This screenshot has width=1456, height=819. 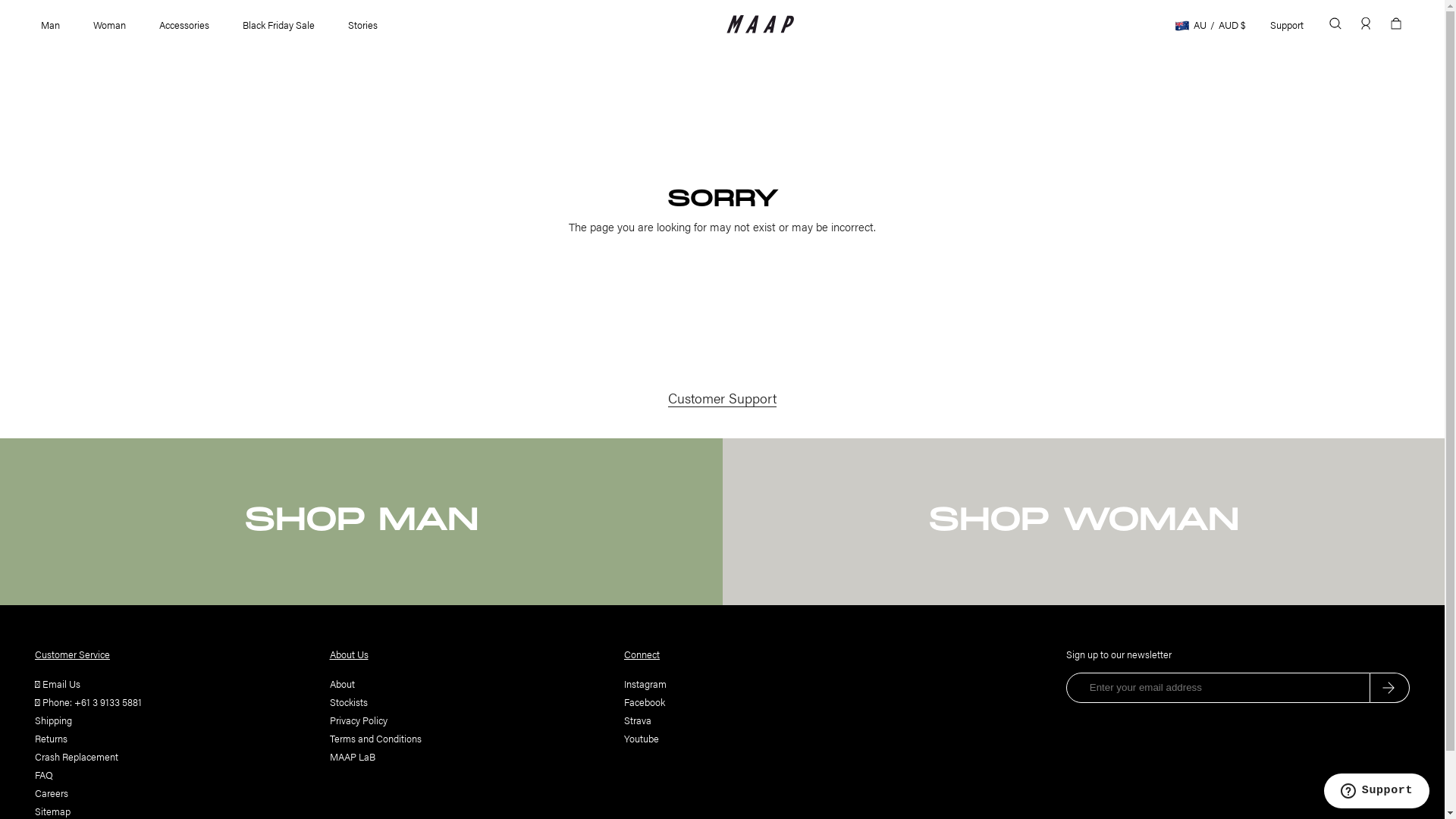 What do you see at coordinates (362, 24) in the screenshot?
I see `'Stories'` at bounding box center [362, 24].